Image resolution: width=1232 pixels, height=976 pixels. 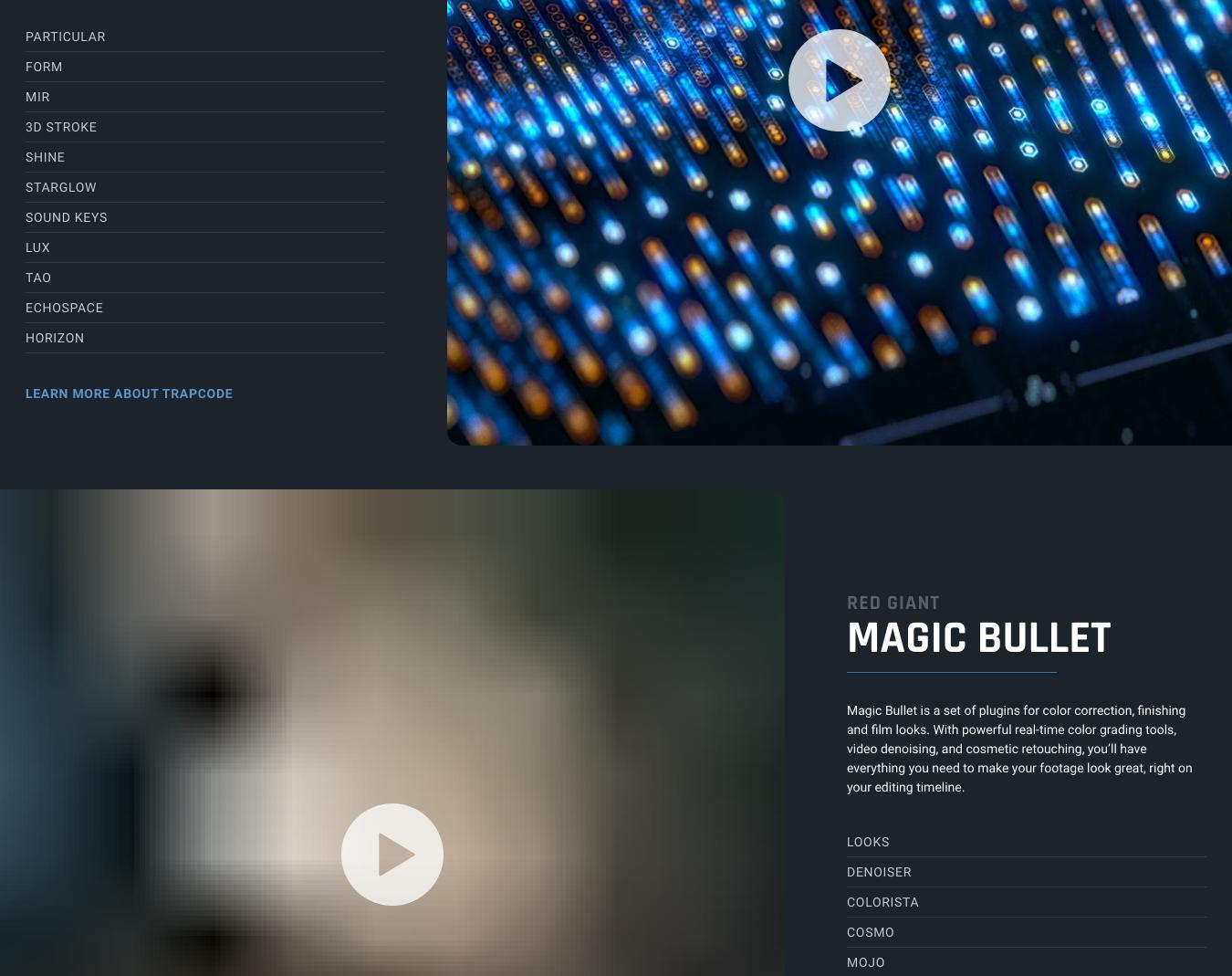 I want to click on 'Cosmo', so click(x=845, y=932).